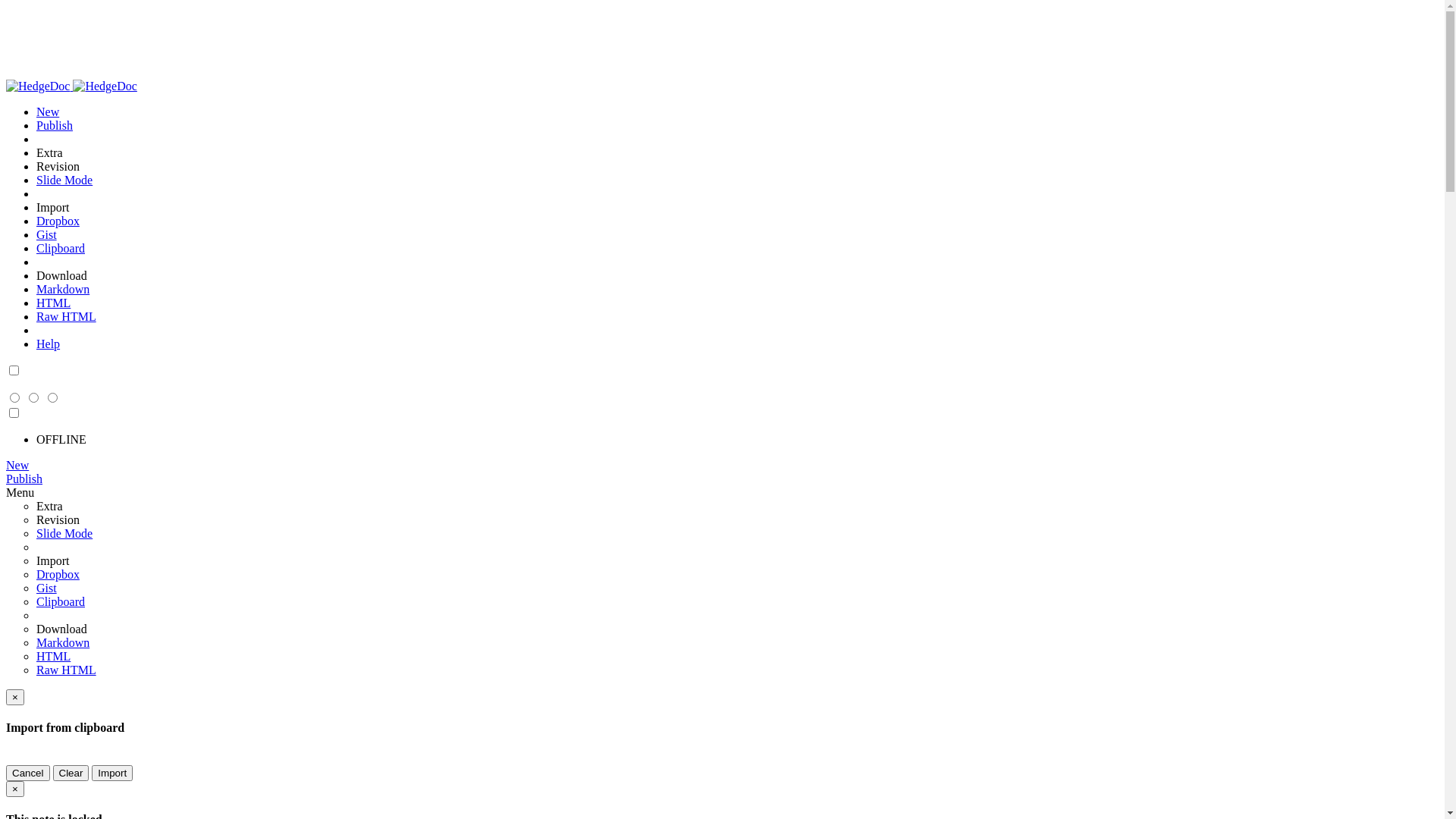  I want to click on 'New', so click(17, 464).